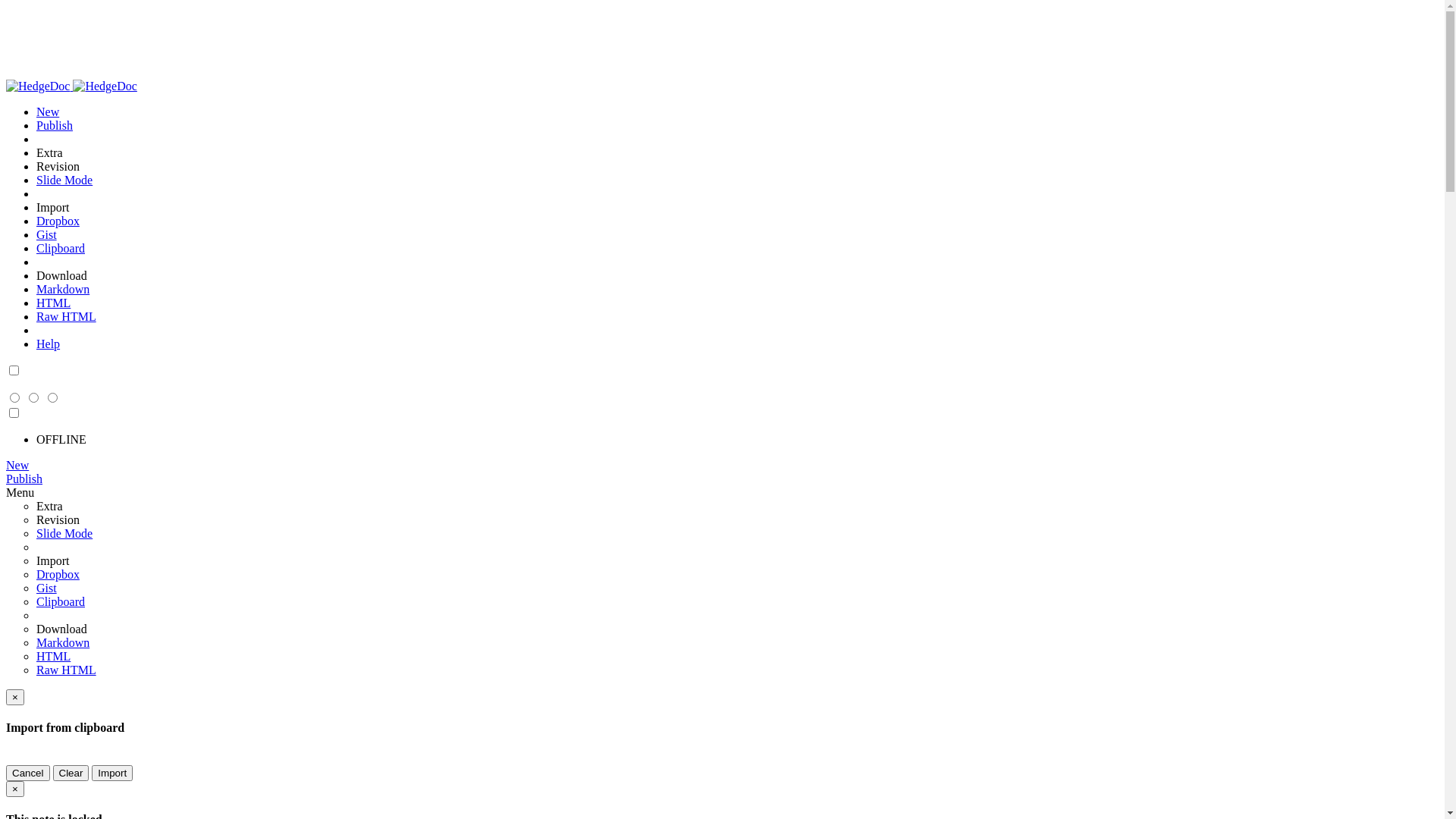  I want to click on 'New', so click(17, 464).